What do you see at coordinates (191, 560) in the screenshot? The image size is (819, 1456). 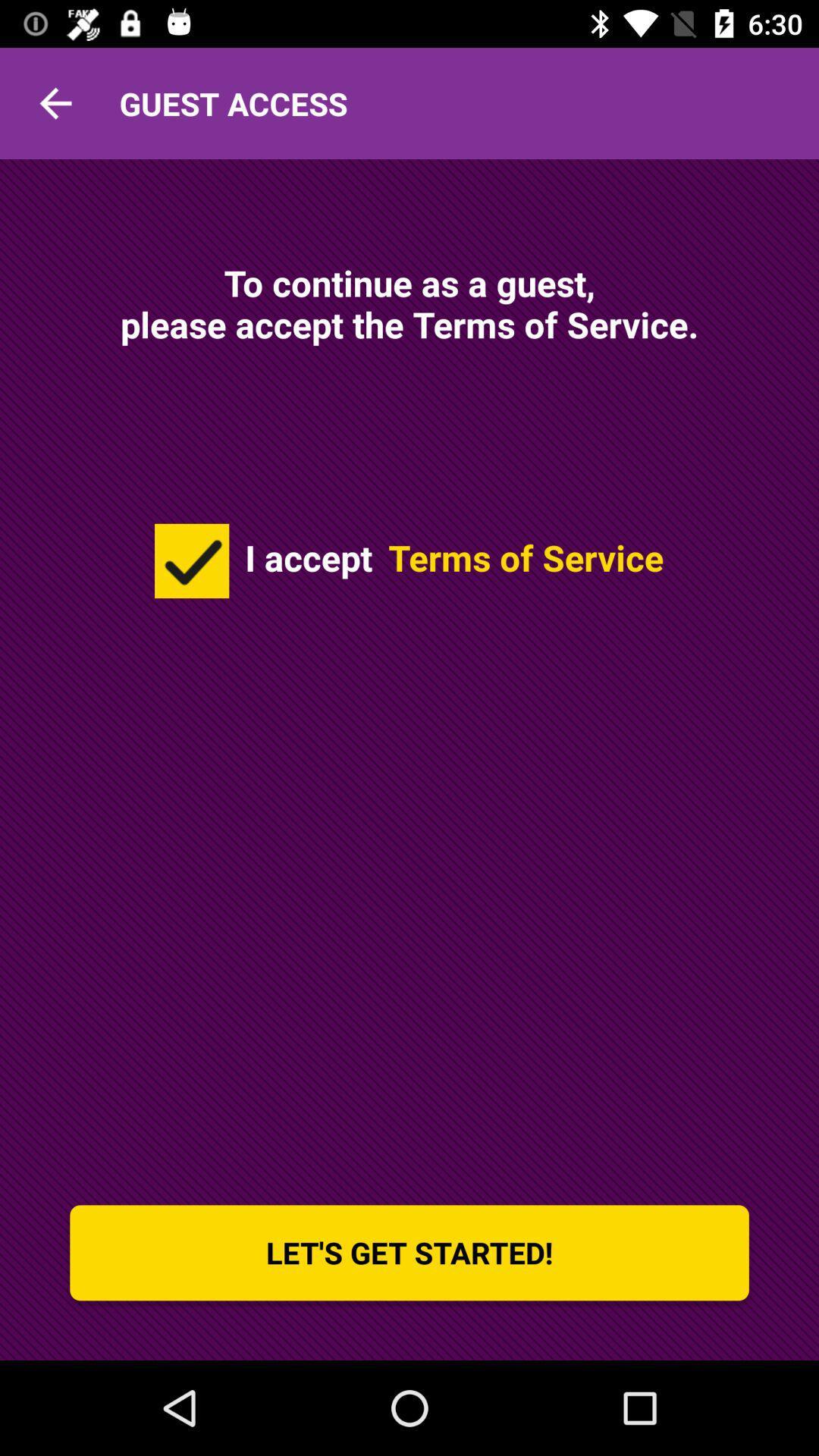 I see `you are accepting the terms of service or not choose which` at bounding box center [191, 560].